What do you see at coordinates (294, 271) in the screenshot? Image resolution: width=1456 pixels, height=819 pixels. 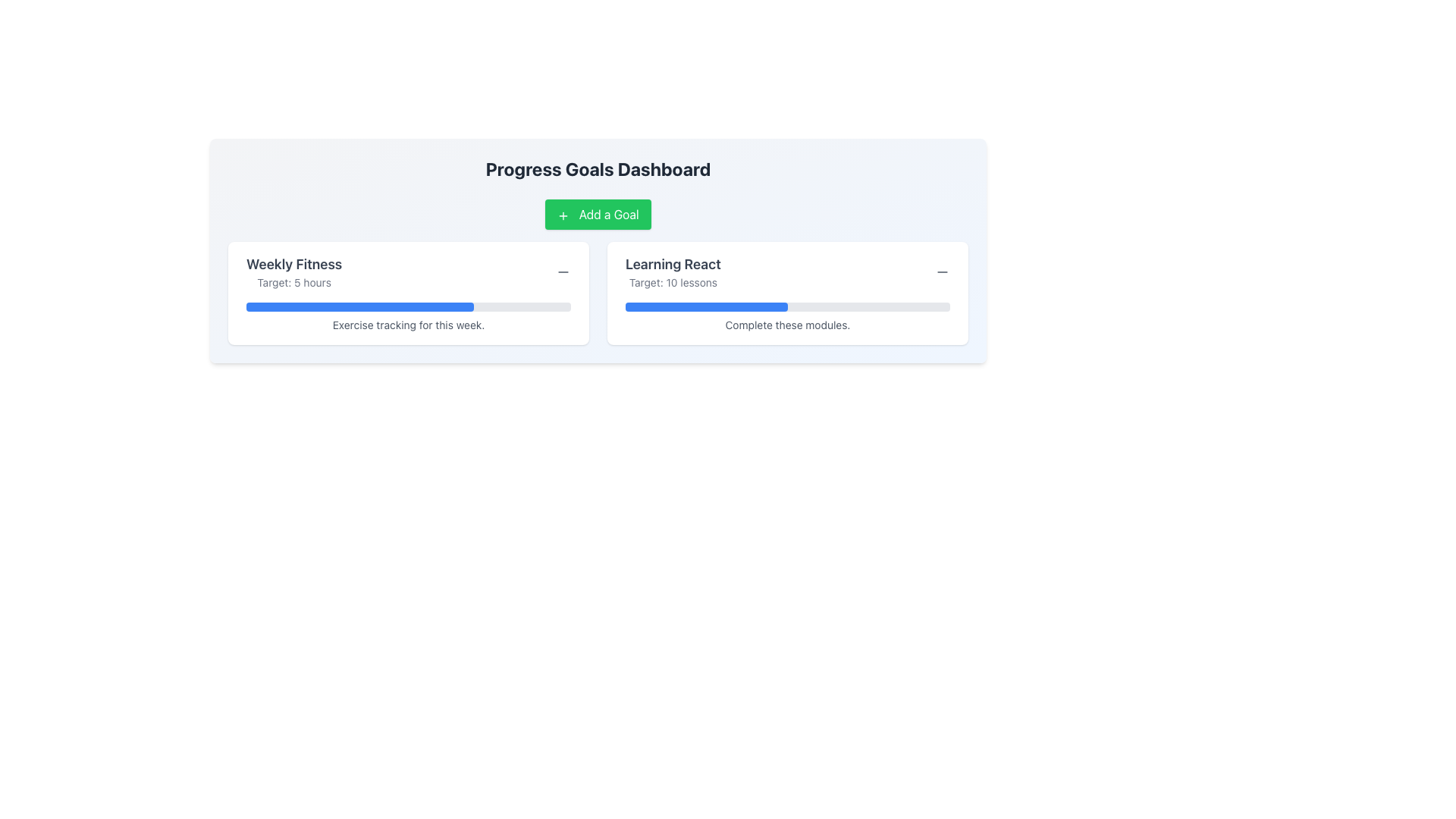 I see `the 'Weekly Fitness' text and header element, which displays 'Weekly Fitness' in a larger bold font and 'Target: 5 hours' in a smaller font, located above a progress bar and aligned with an interactive icon` at bounding box center [294, 271].